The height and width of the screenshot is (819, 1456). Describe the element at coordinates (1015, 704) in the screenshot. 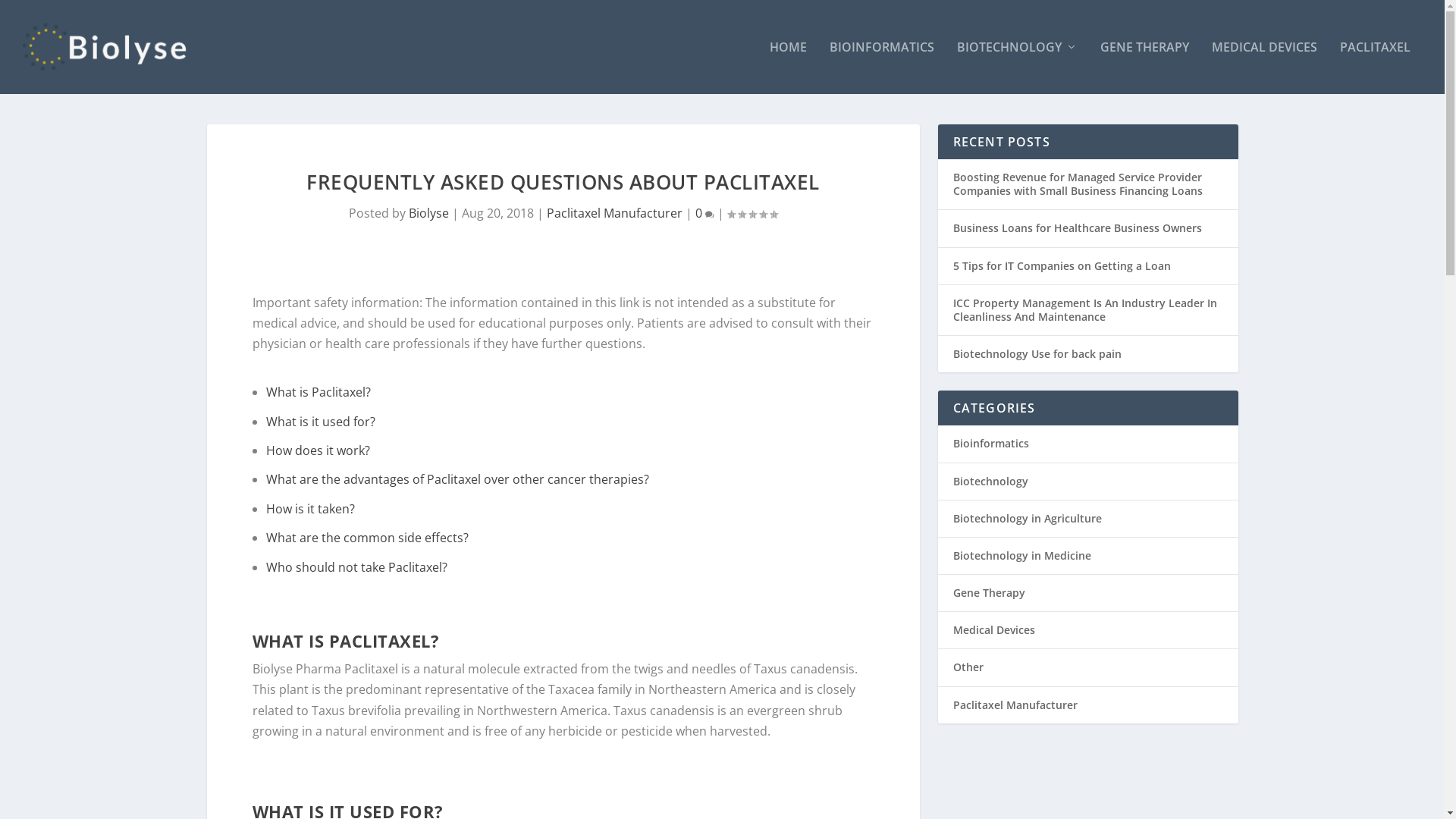

I see `'Paclitaxel Manufacturer'` at that location.